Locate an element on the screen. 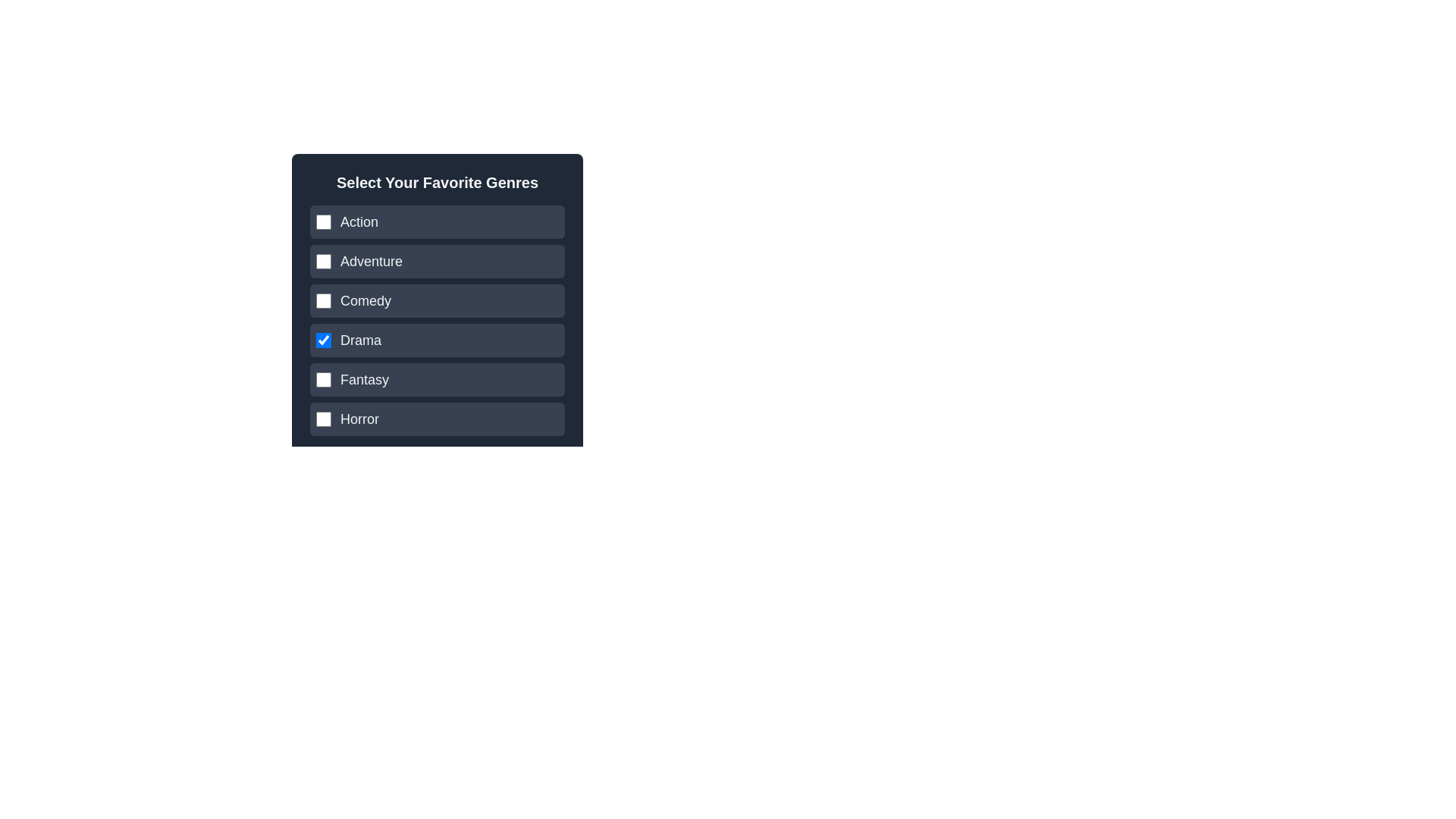 The height and width of the screenshot is (819, 1456). the 'Fantasy' text label, which is styled with a larger font size and white color against a dark gray background, located in a selectable option row between 'Drama' and 'Horror' is located at coordinates (364, 379).